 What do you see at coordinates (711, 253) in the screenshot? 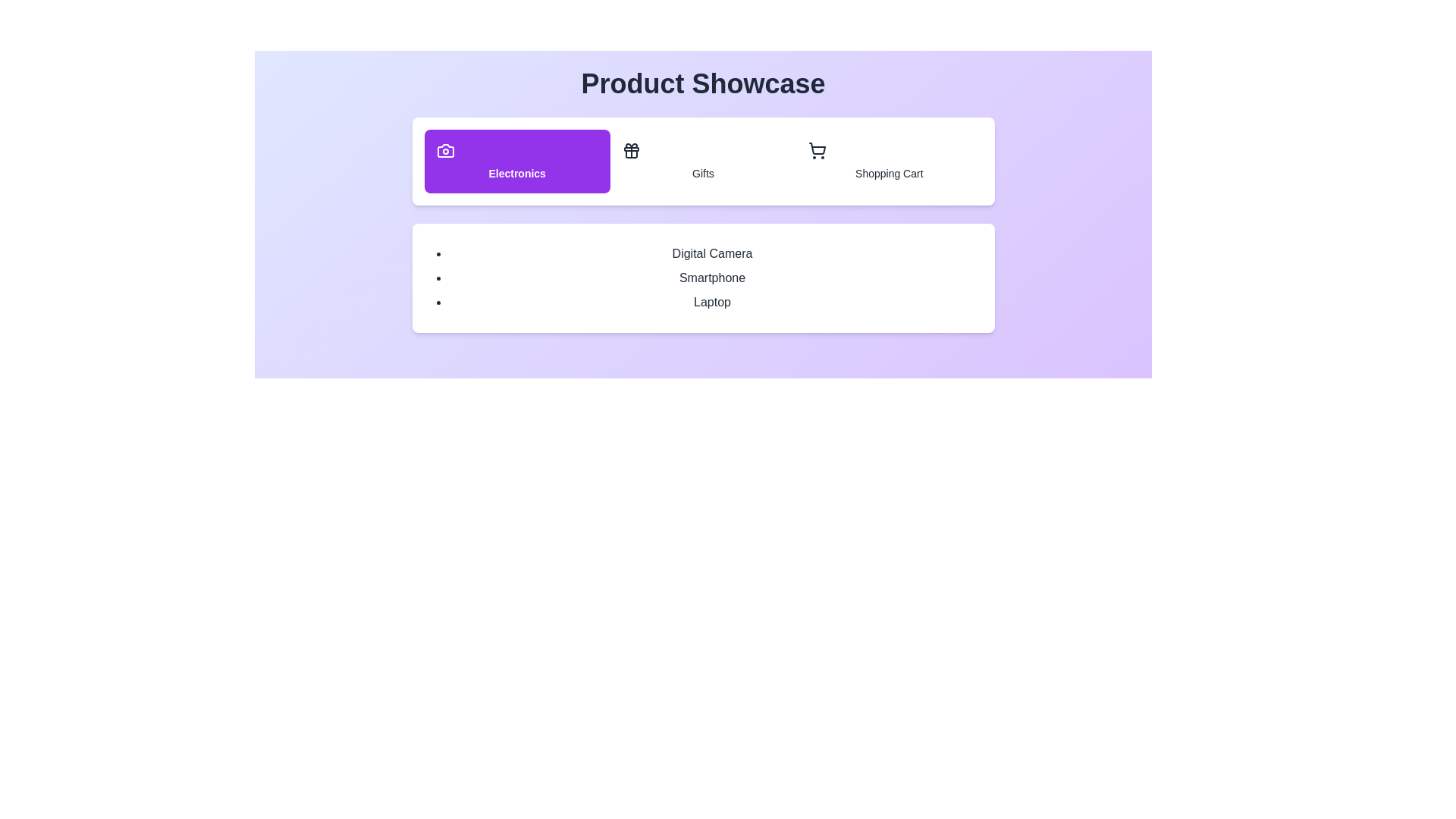
I see `the first item in the bulleted list under the 'Electronics' tab, which is a Text label for 'Tablet'` at bounding box center [711, 253].